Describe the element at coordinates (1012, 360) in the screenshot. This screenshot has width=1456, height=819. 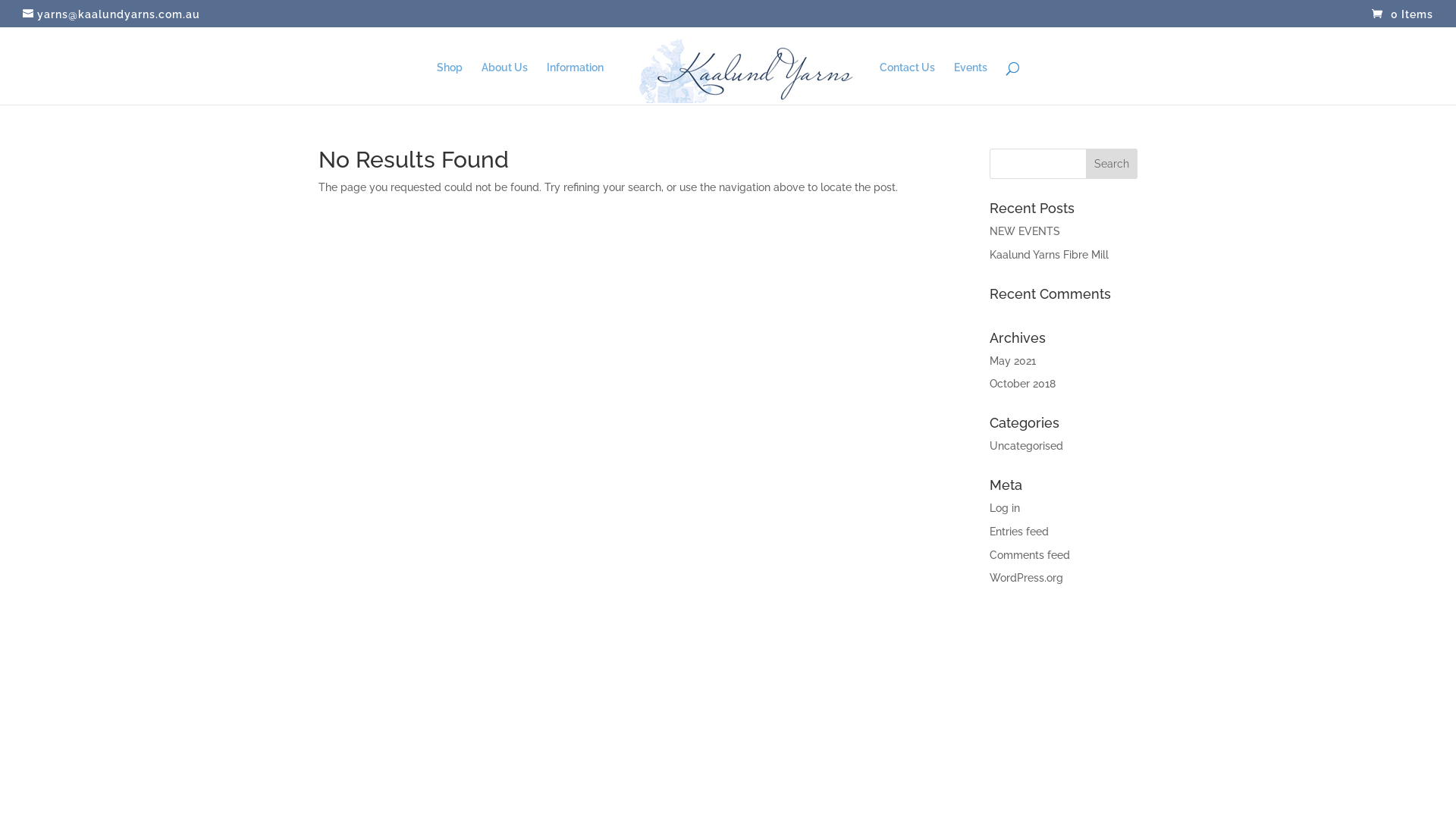
I see `'May 2021'` at that location.